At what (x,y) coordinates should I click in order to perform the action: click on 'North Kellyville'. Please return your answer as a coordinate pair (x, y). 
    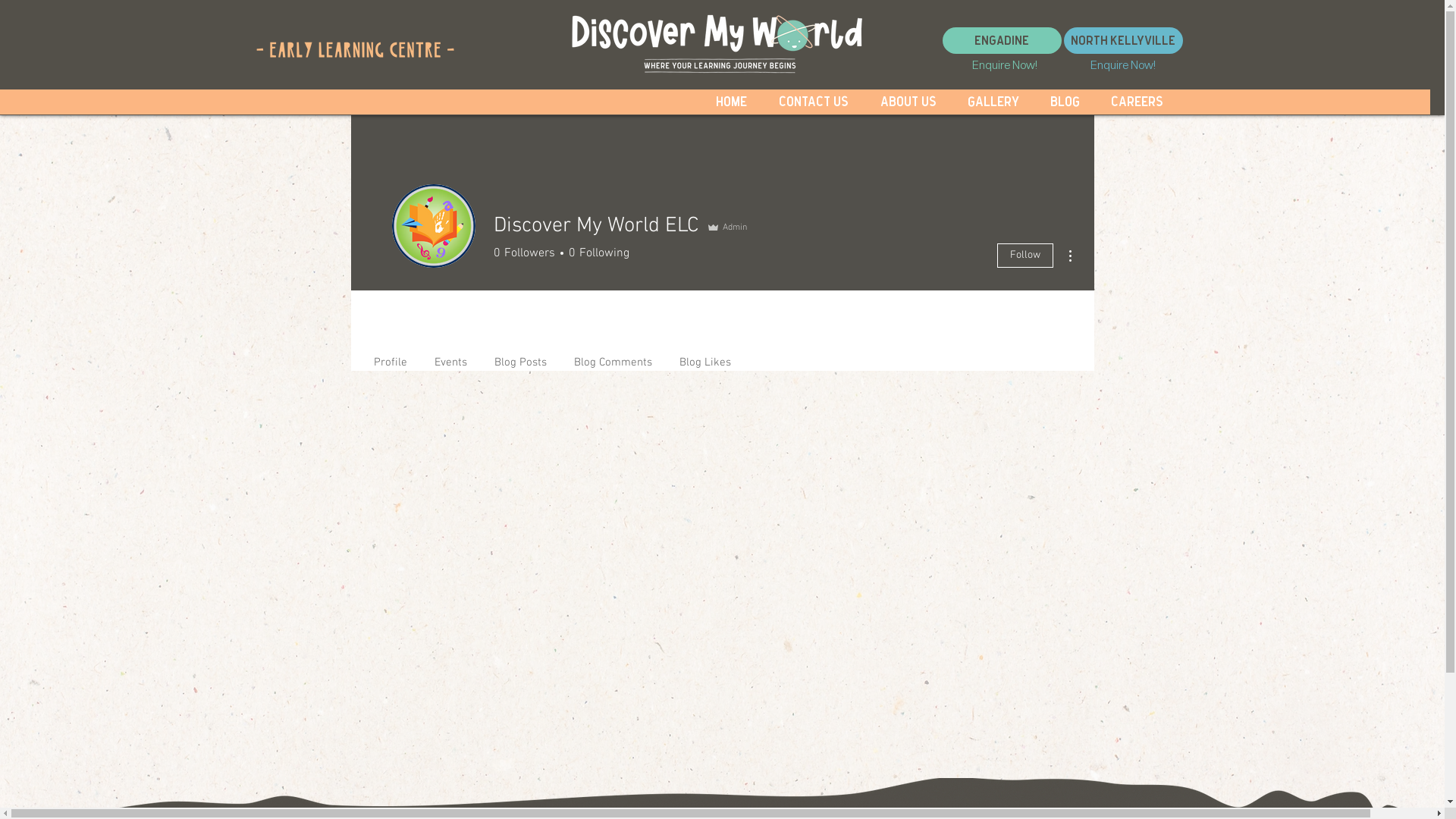
    Looking at the image, I should click on (1122, 39).